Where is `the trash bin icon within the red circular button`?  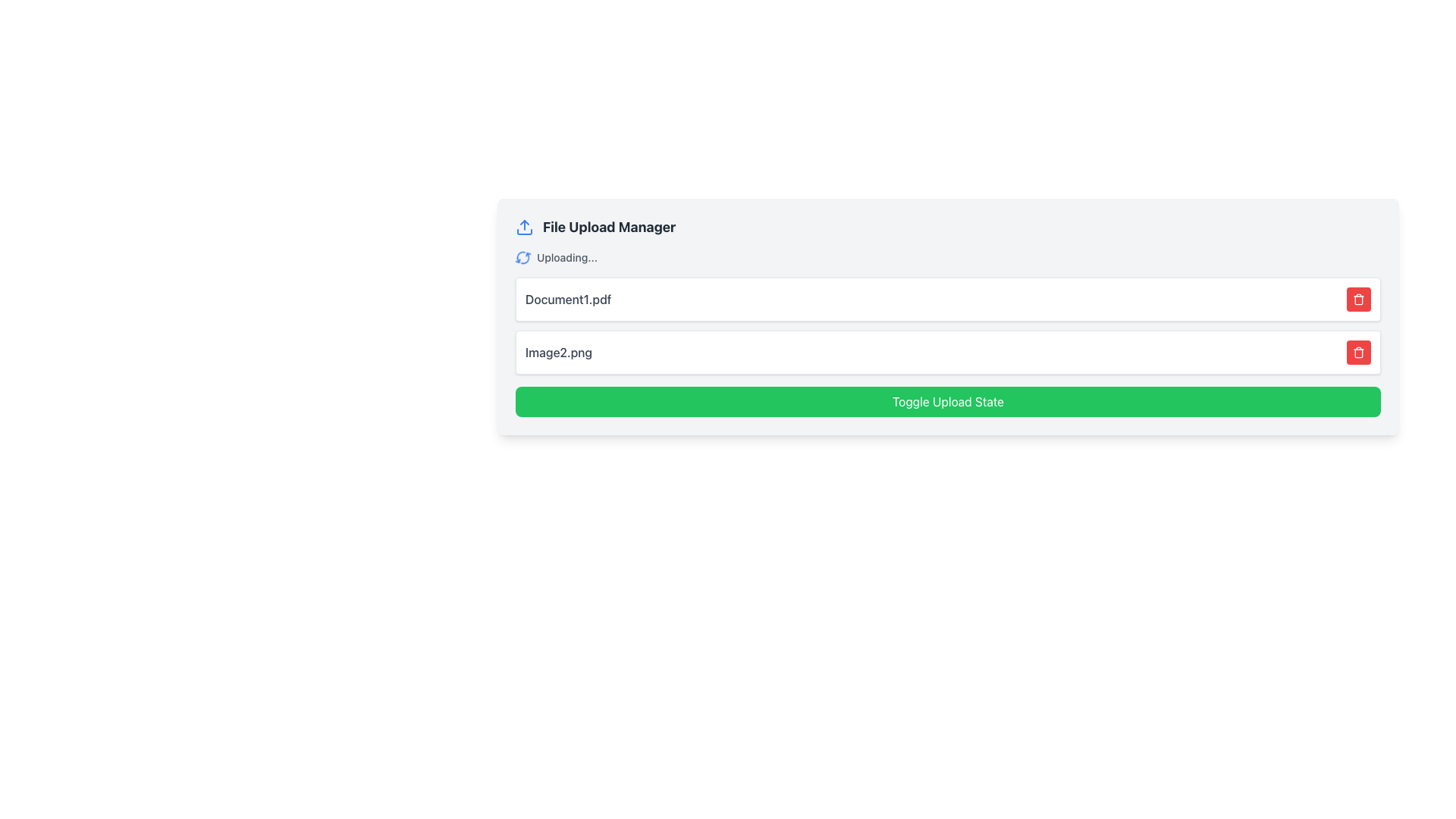 the trash bin icon within the red circular button is located at coordinates (1358, 353).